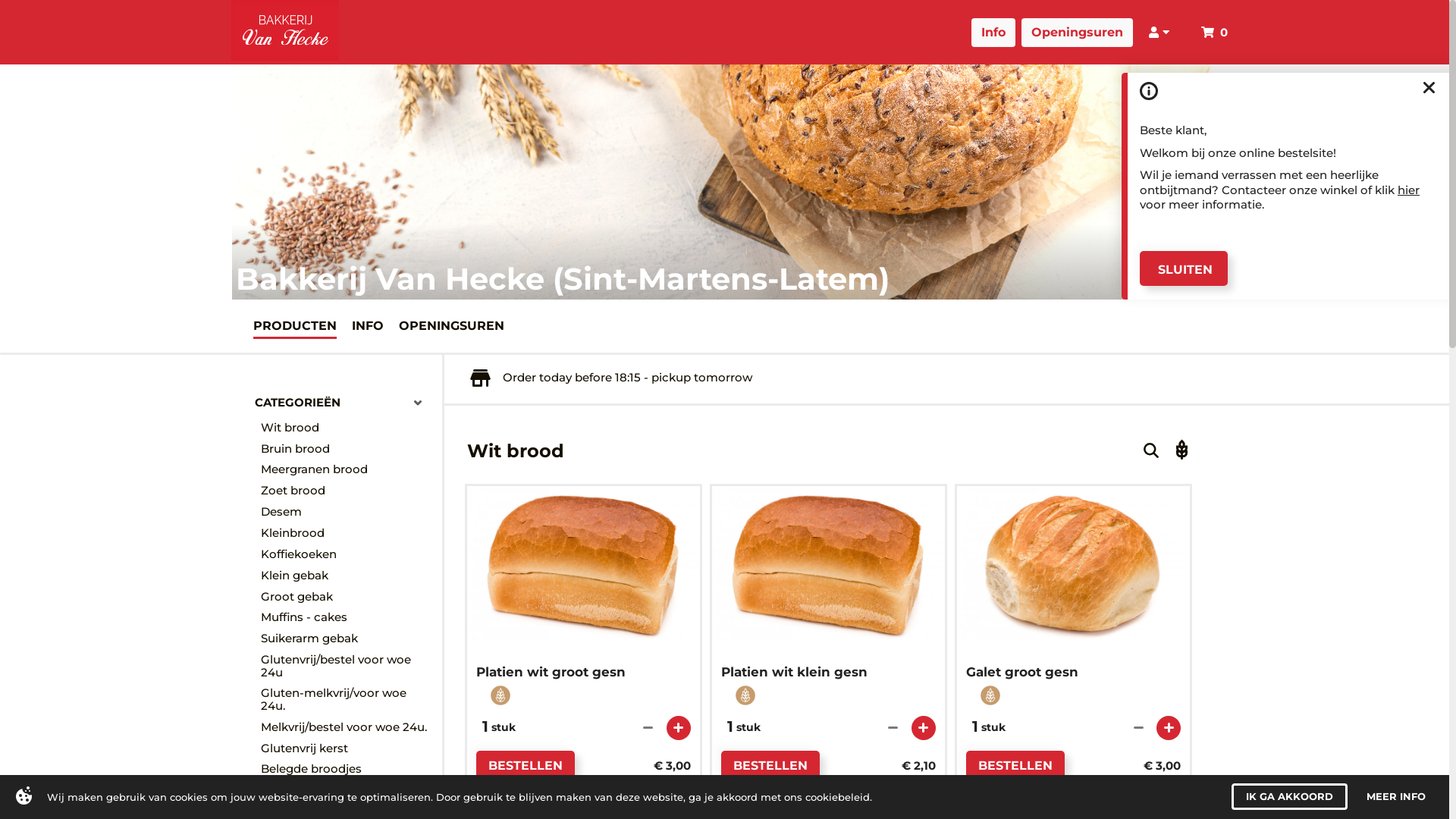  I want to click on 'Info', so click(1011, 32).